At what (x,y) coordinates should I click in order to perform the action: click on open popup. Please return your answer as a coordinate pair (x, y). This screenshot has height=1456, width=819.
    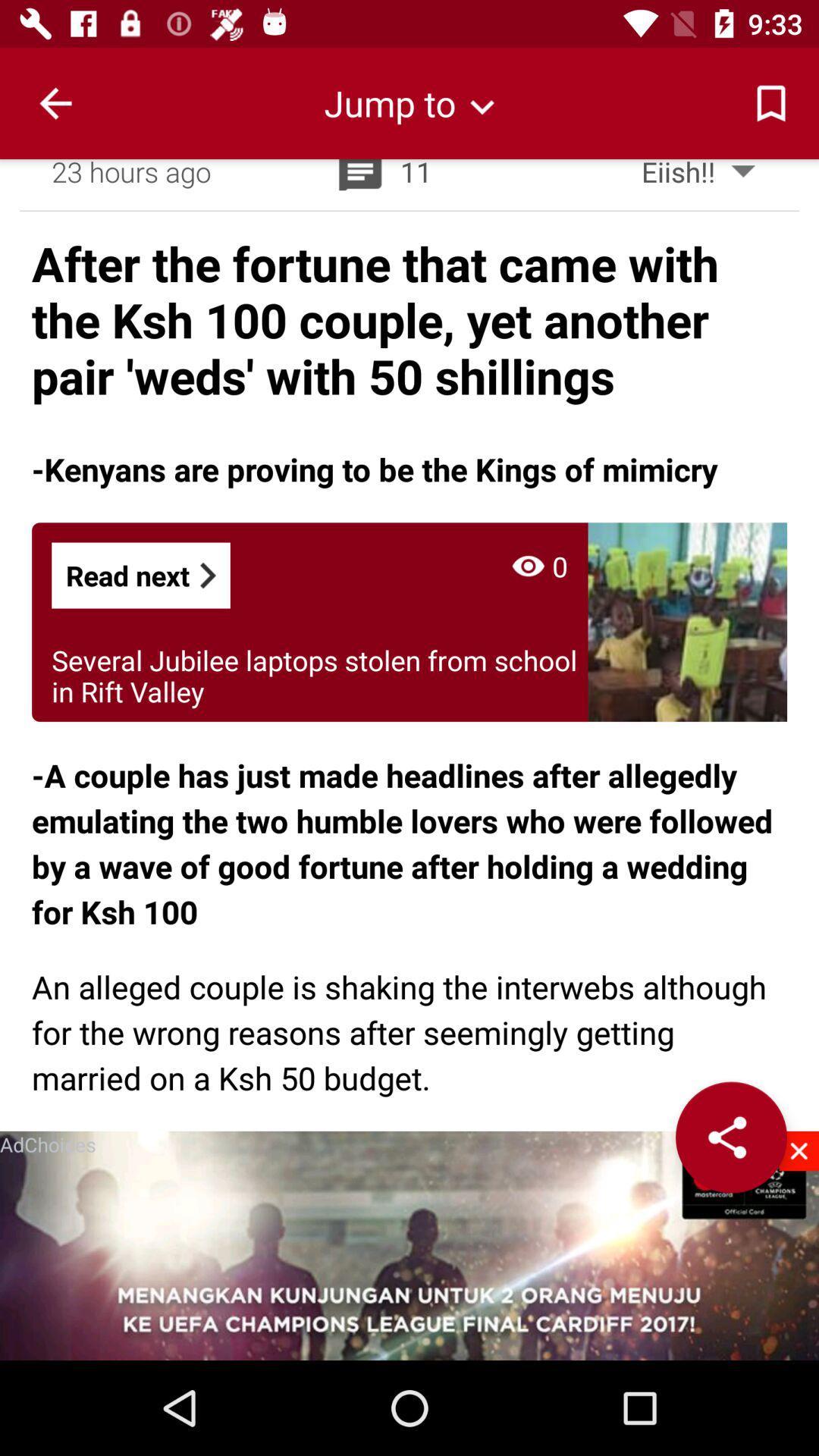
    Looking at the image, I should click on (409, 1245).